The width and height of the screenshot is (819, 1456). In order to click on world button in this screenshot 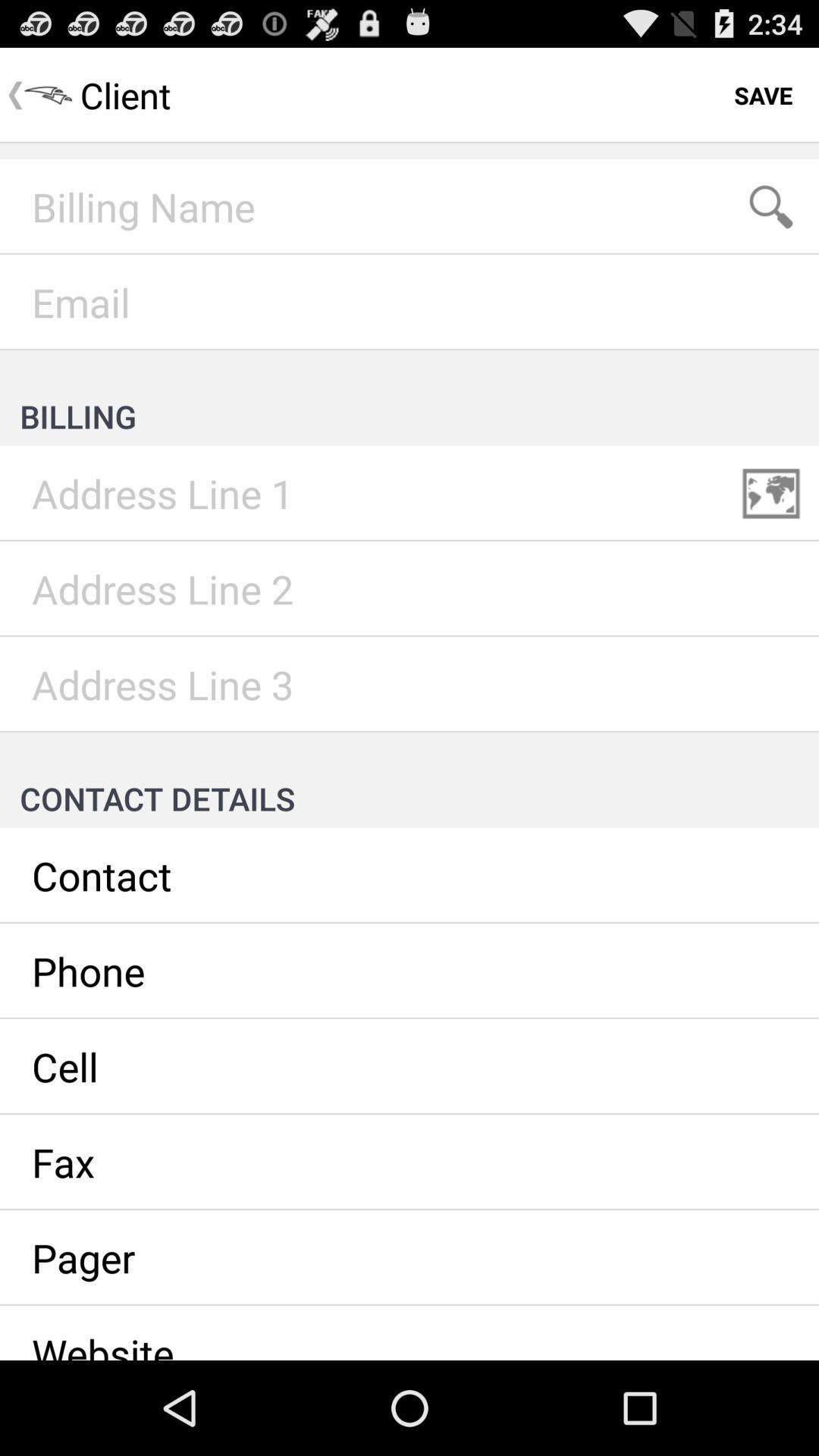, I will do `click(771, 494)`.